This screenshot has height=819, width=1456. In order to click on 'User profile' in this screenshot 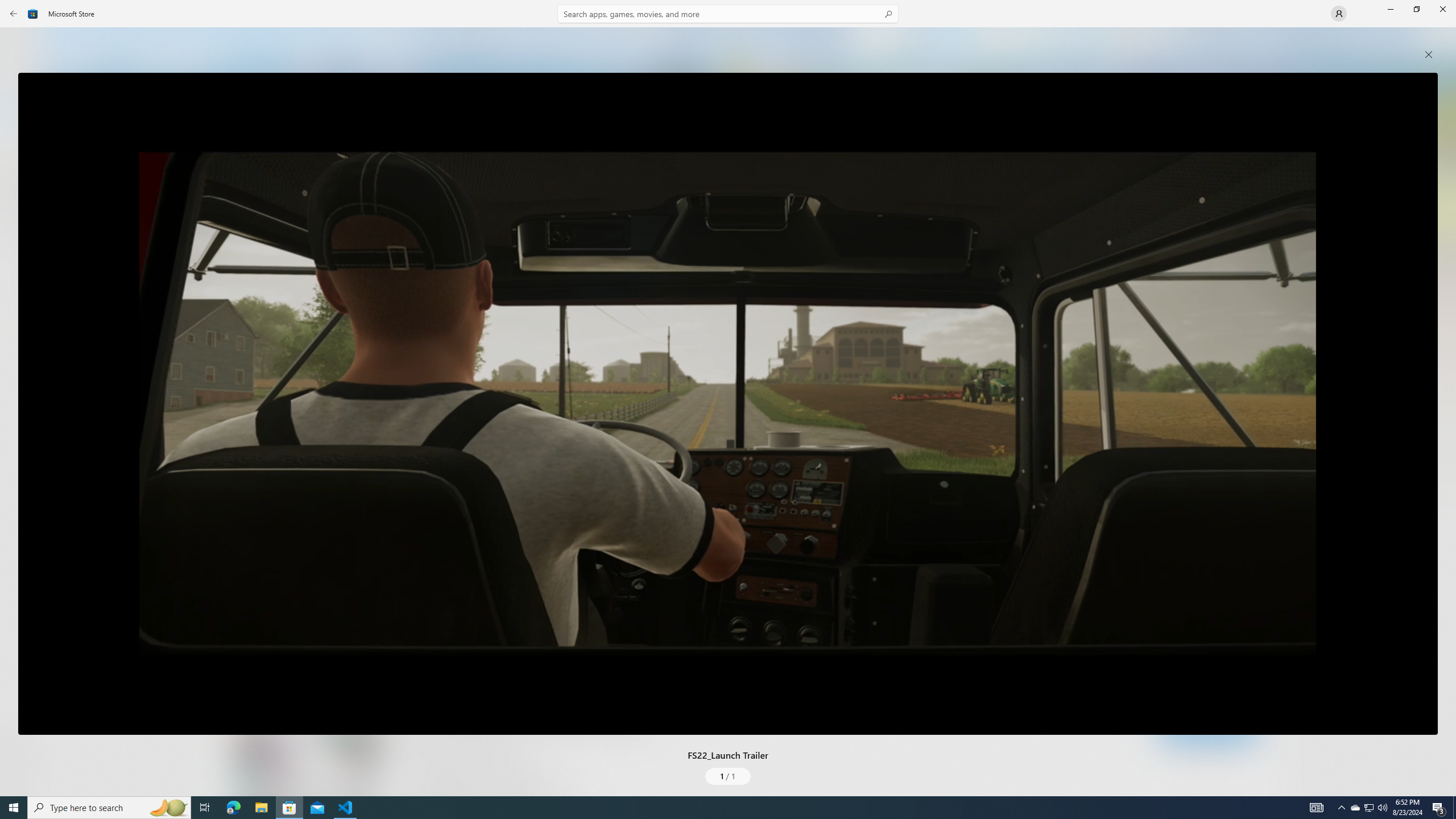, I will do `click(1338, 13)`.